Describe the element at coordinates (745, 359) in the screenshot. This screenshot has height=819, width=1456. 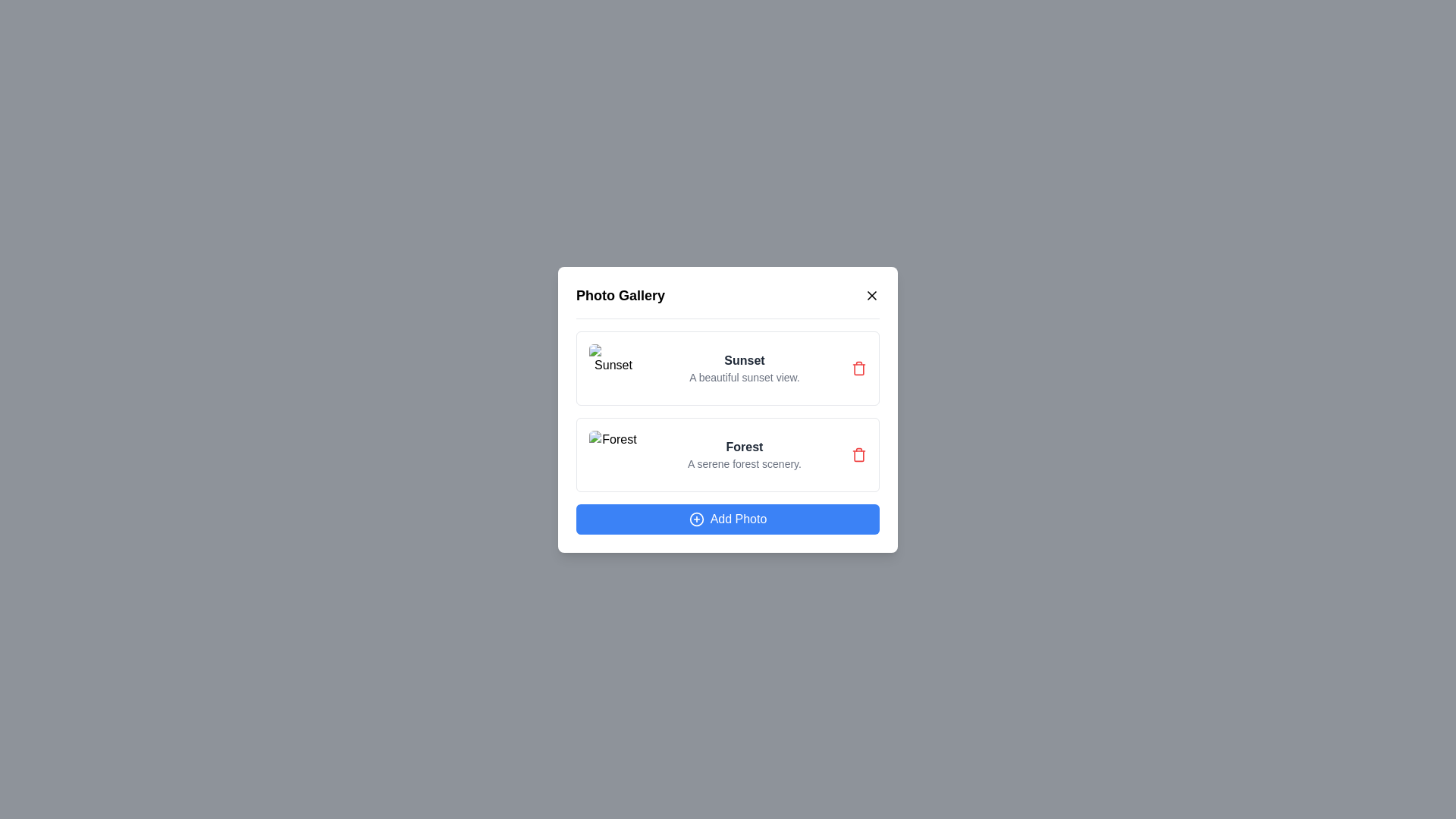
I see `the text label that serves as the title for the first photo gallery entry, positioned to the right of the placeholder image icon` at that location.